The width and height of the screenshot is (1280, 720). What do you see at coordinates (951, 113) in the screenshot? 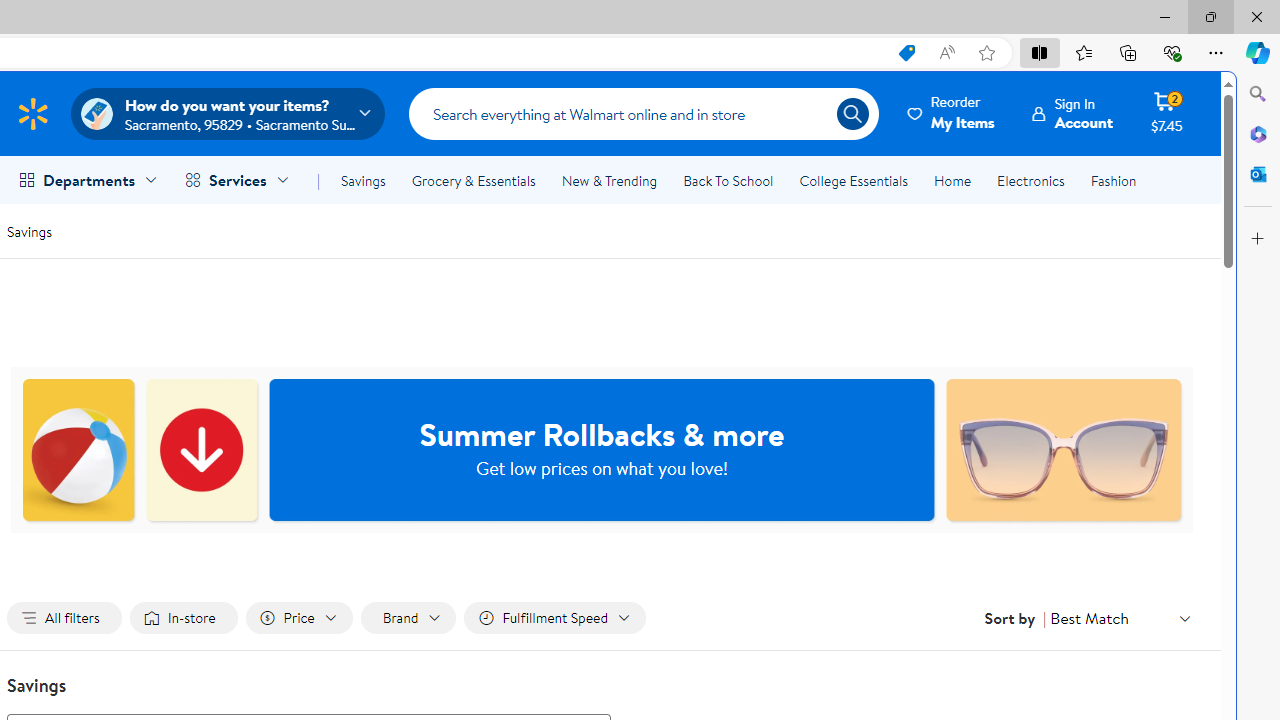
I see `'Reorder My Items'` at bounding box center [951, 113].